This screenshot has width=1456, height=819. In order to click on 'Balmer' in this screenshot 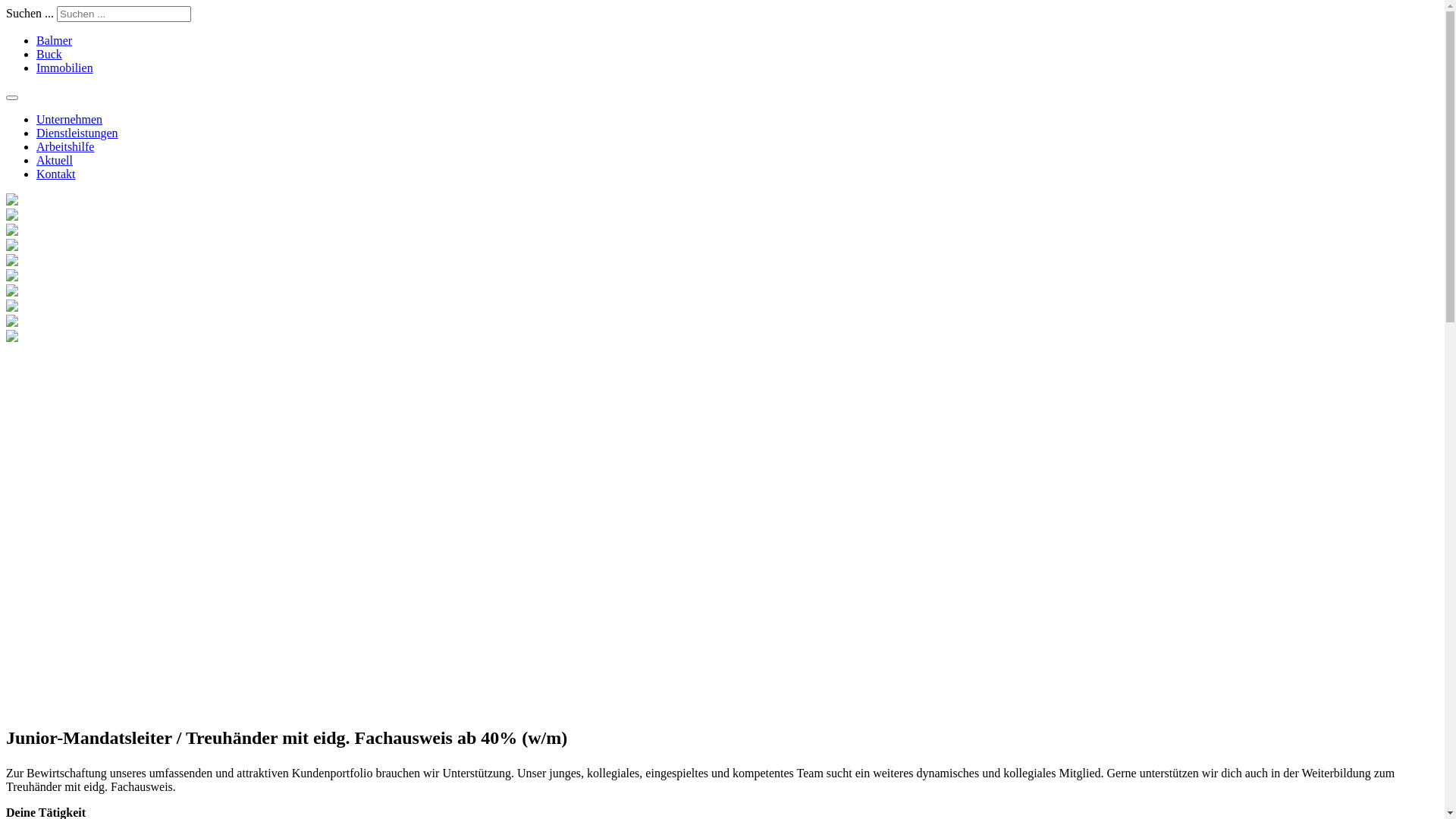, I will do `click(36, 39)`.